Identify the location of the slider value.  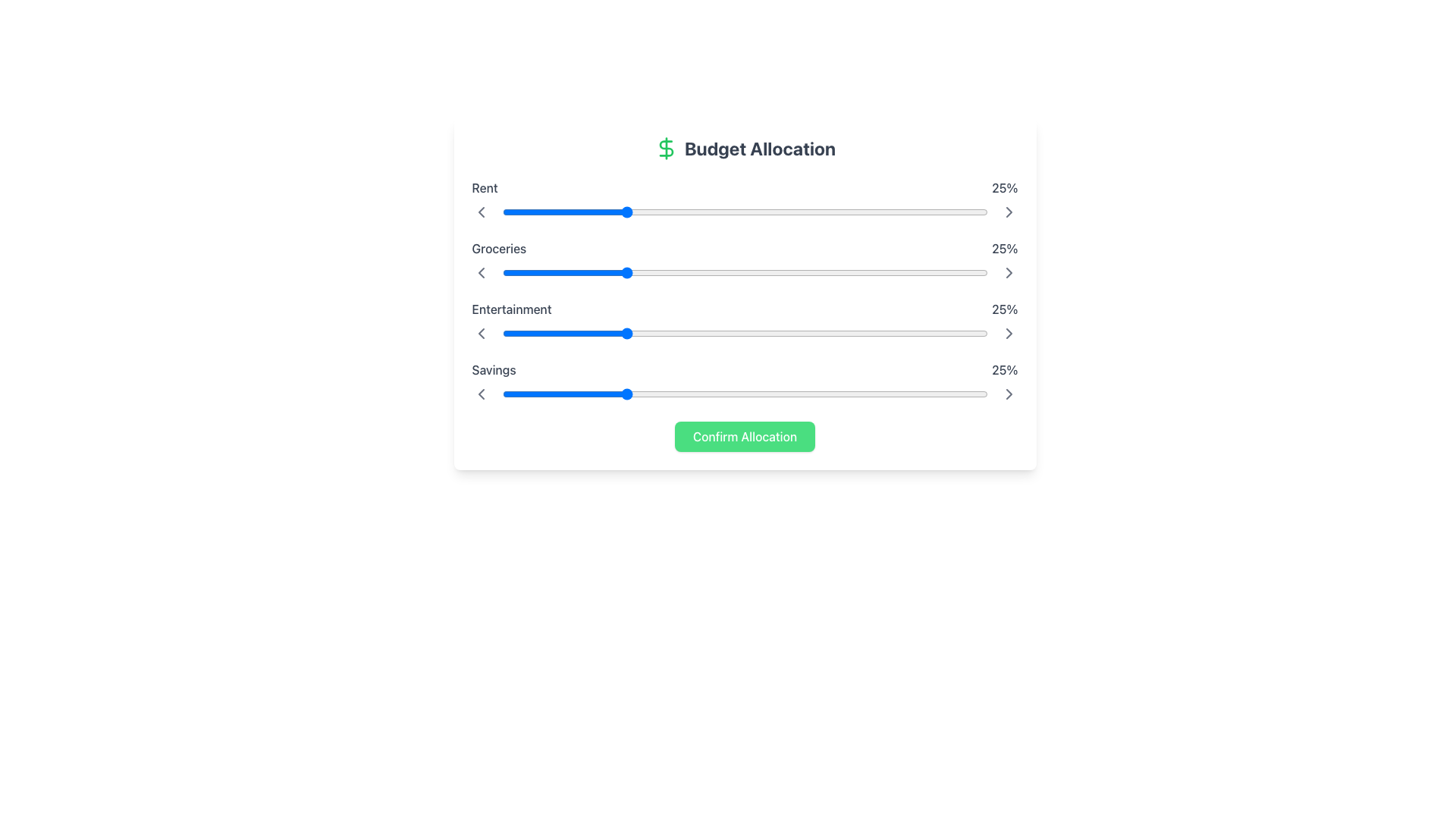
(526, 394).